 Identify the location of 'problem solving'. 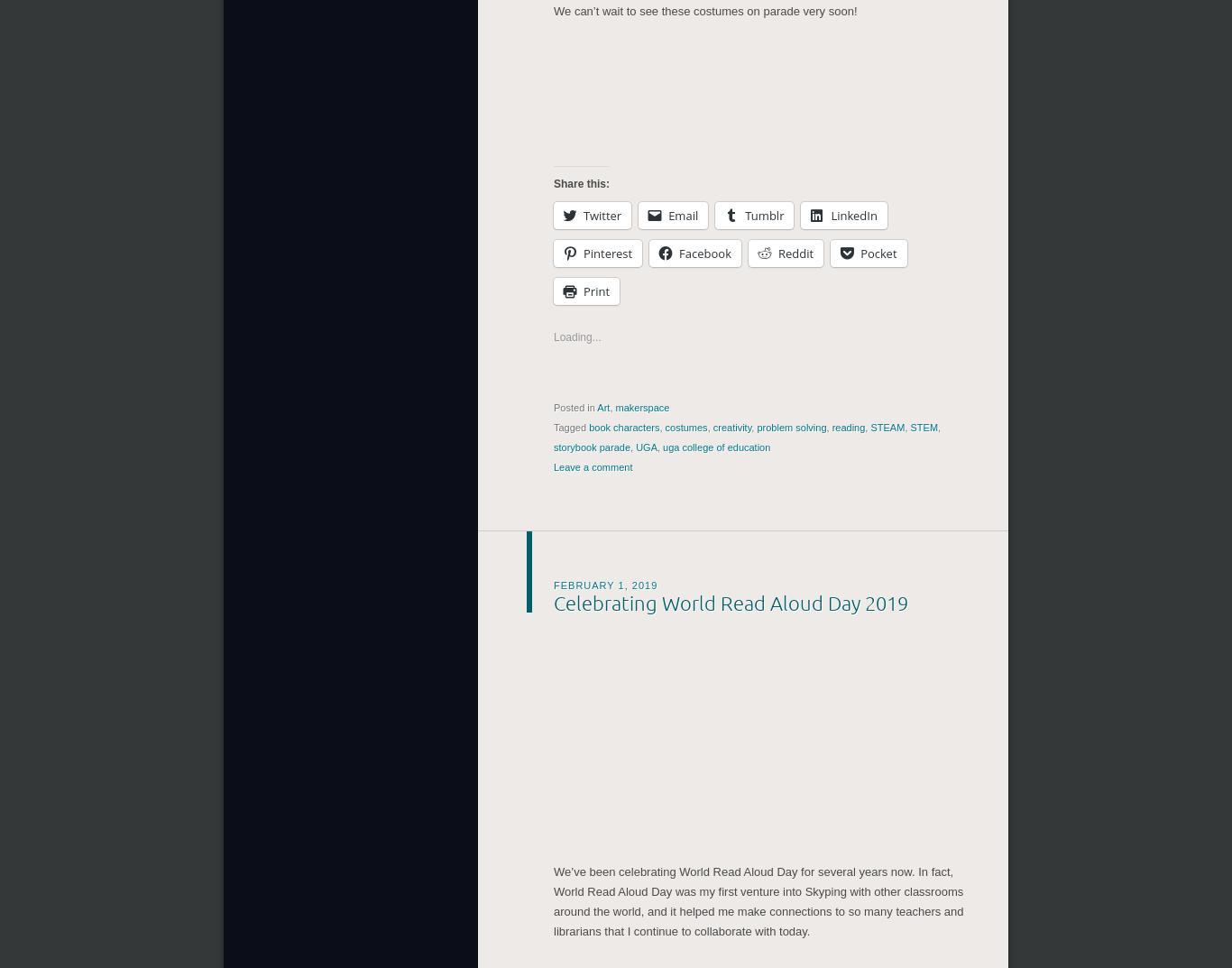
(790, 423).